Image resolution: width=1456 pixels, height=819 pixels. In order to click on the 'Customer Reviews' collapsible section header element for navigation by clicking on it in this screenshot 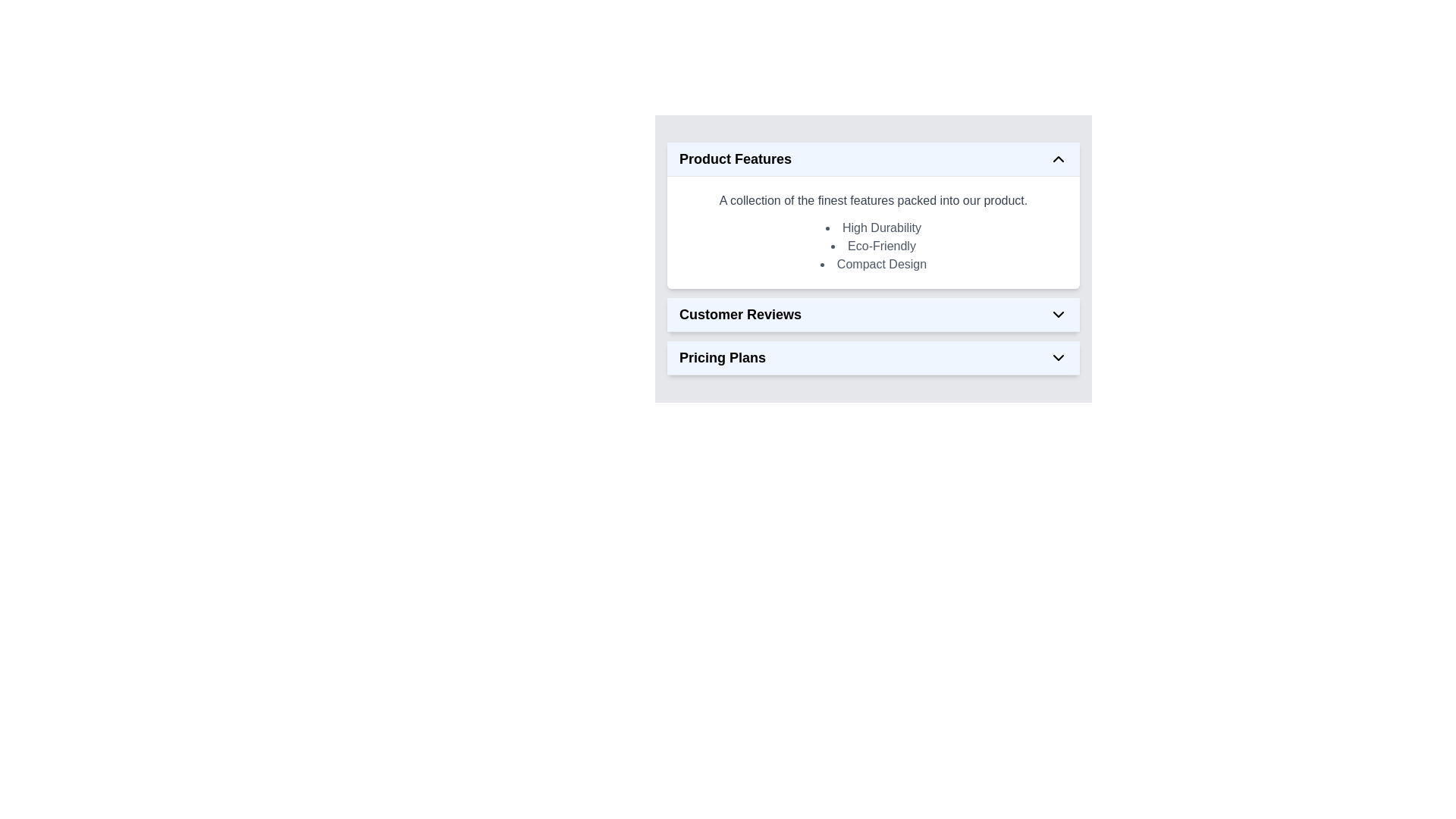, I will do `click(874, 314)`.